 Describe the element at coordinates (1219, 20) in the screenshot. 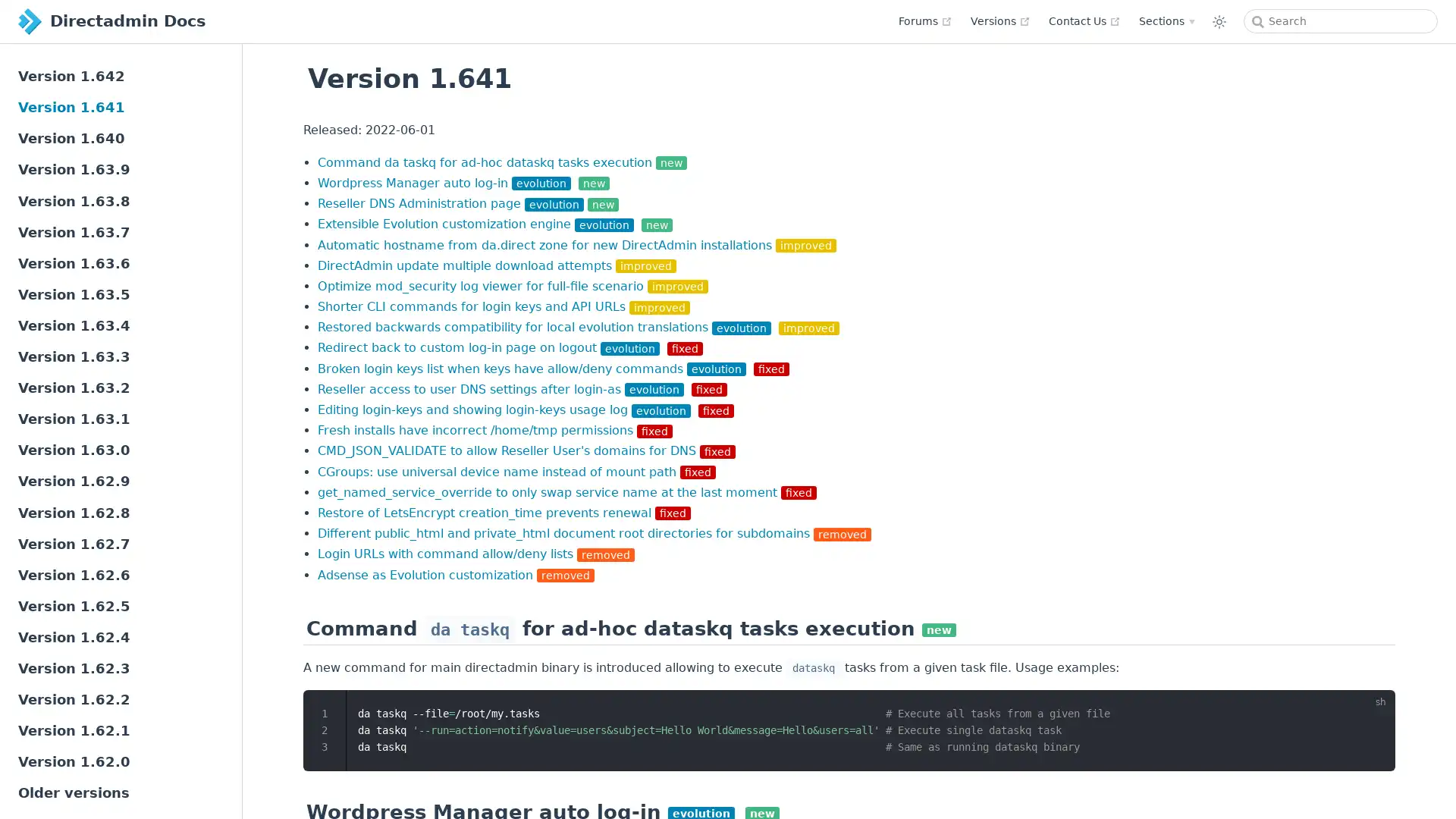

I see `toggle dark mode` at that location.